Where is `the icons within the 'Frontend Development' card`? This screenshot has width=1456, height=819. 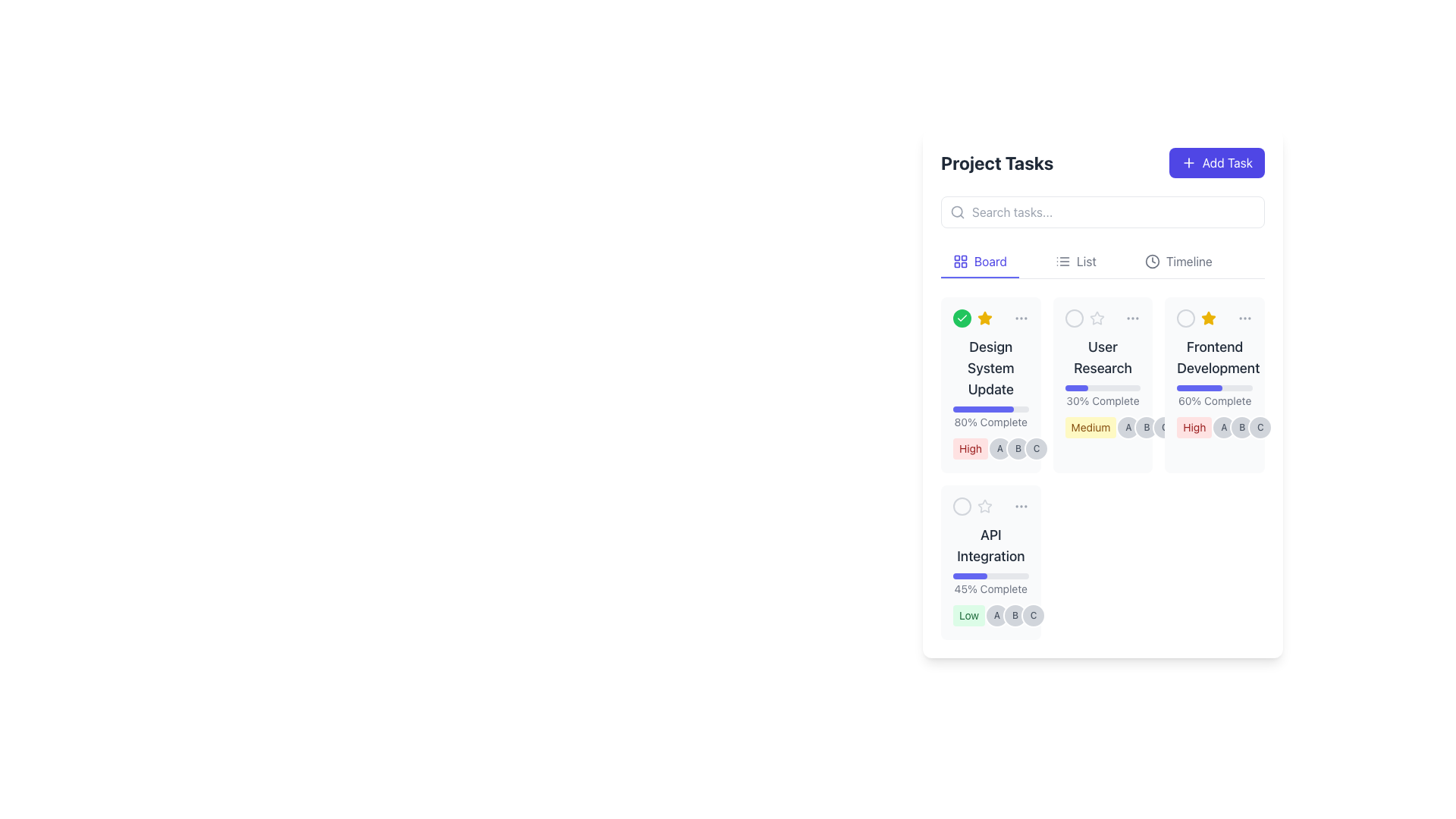
the icons within the 'Frontend Development' card is located at coordinates (1215, 427).